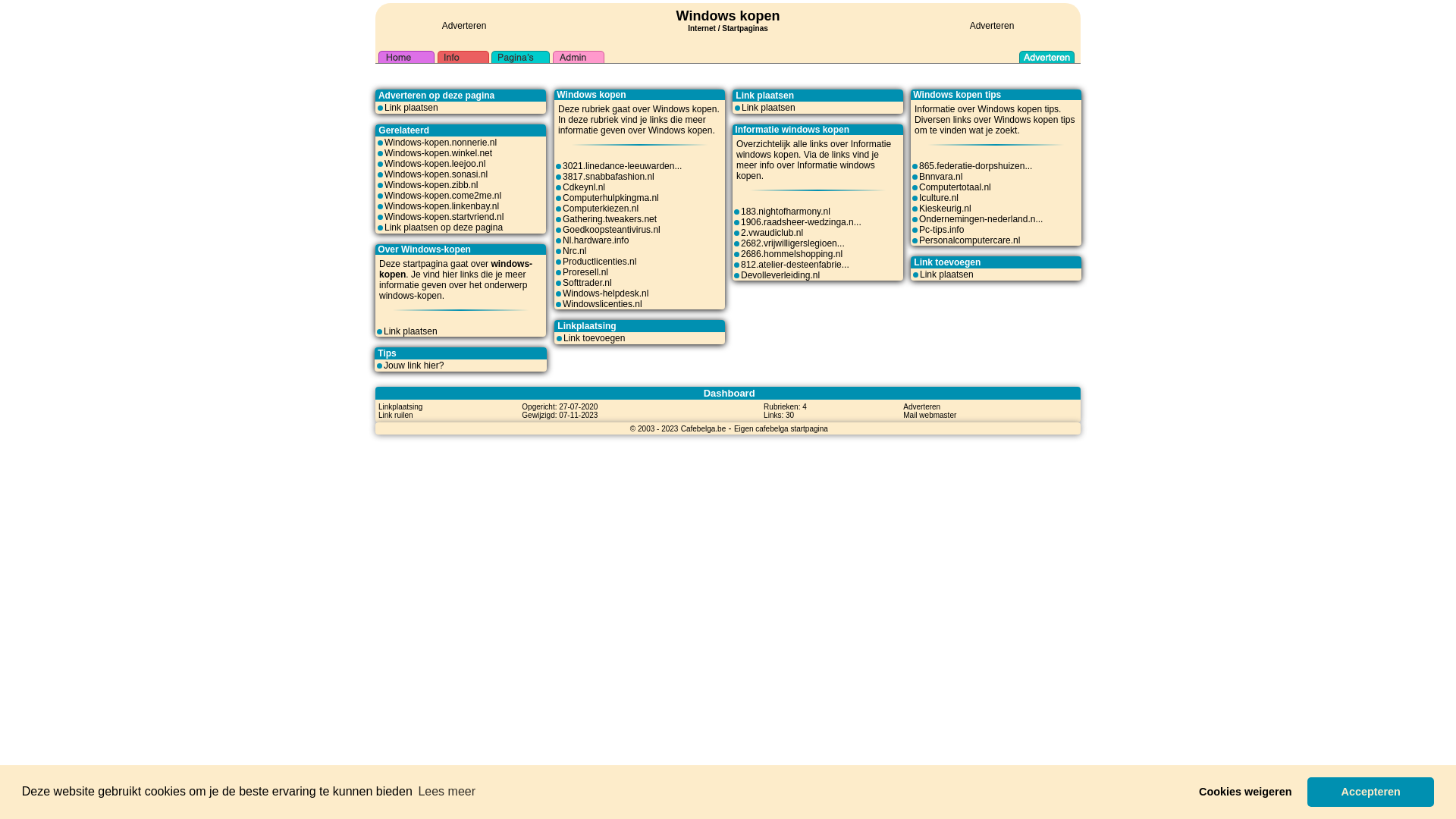 The image size is (1456, 819). I want to click on 'Gathering.tweakers.net', so click(610, 219).